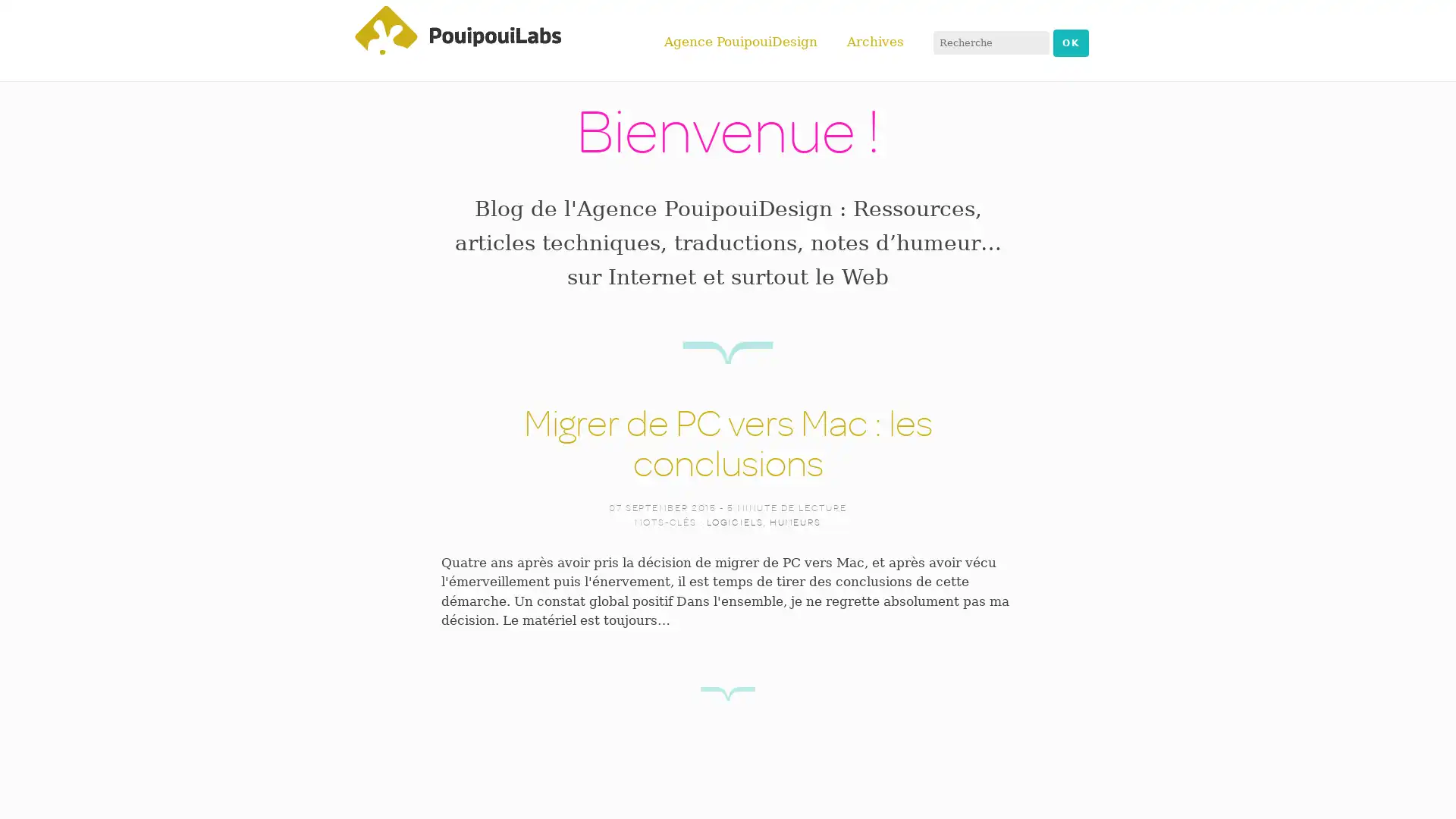 The width and height of the screenshot is (1456, 819). What do you see at coordinates (1069, 42) in the screenshot?
I see `OK` at bounding box center [1069, 42].